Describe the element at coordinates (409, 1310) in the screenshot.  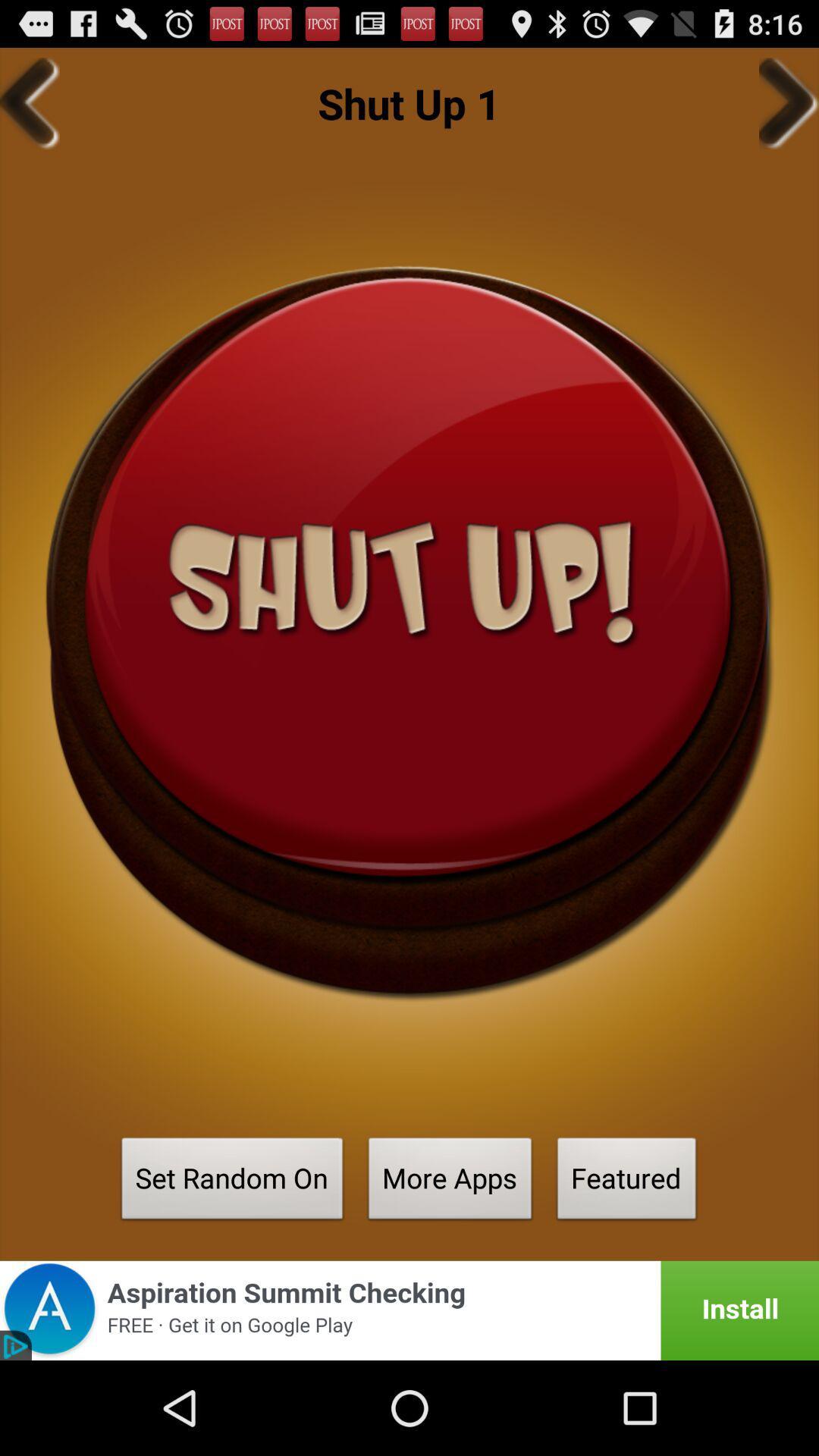
I see `share the article` at that location.